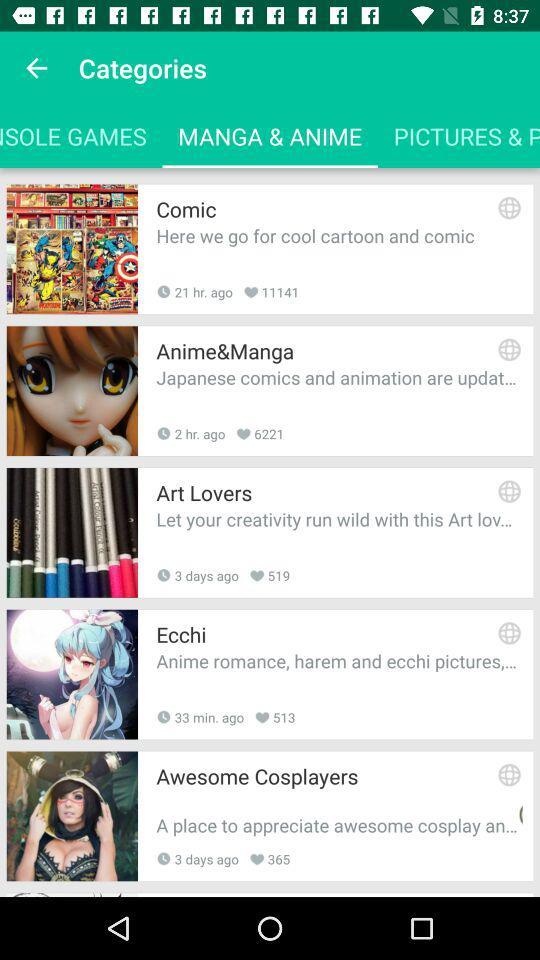 This screenshot has height=960, width=540. I want to click on app to the left of categories icon, so click(36, 68).